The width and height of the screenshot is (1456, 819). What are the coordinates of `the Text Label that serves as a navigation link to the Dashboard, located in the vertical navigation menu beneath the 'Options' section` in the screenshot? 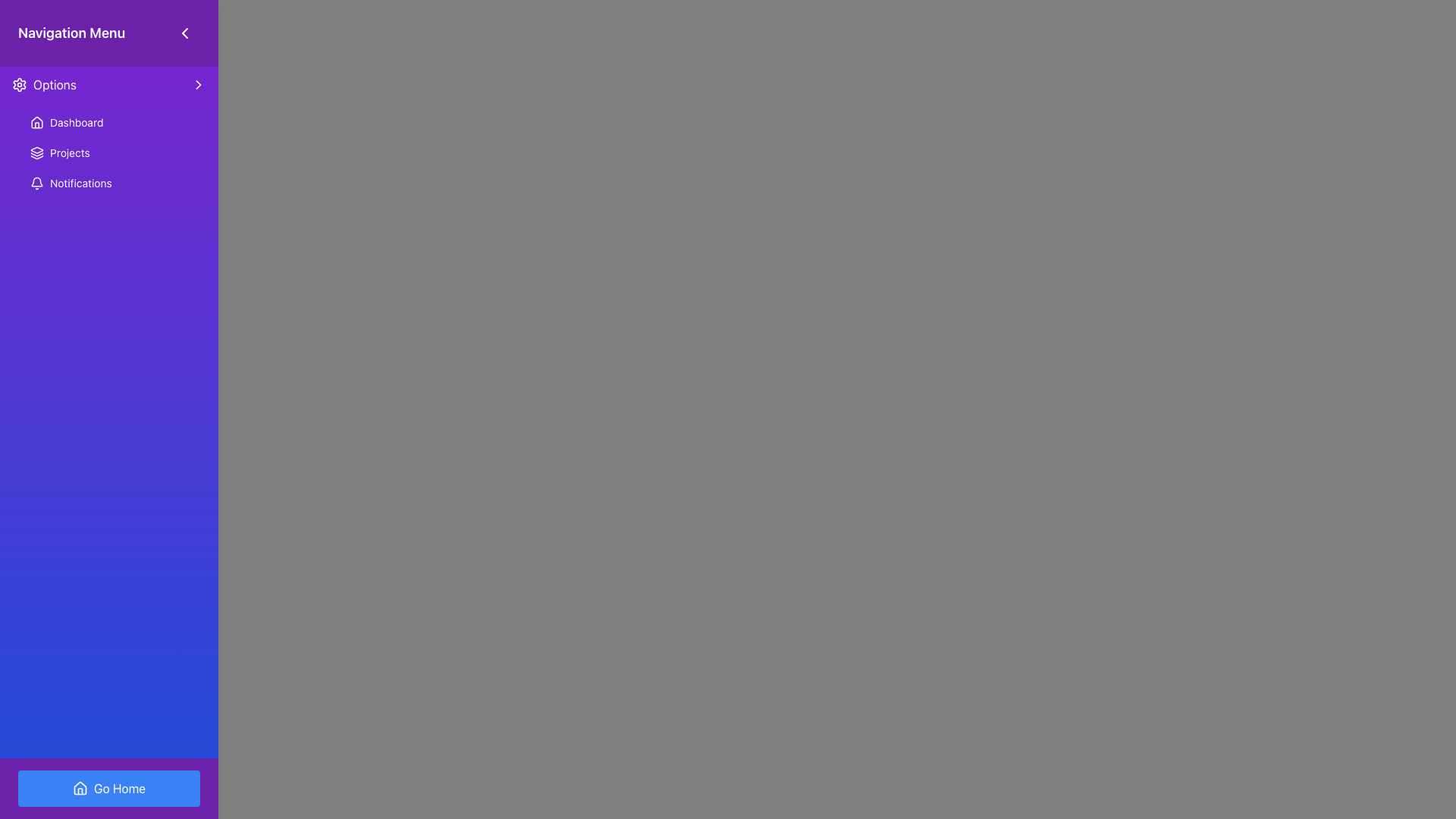 It's located at (76, 122).